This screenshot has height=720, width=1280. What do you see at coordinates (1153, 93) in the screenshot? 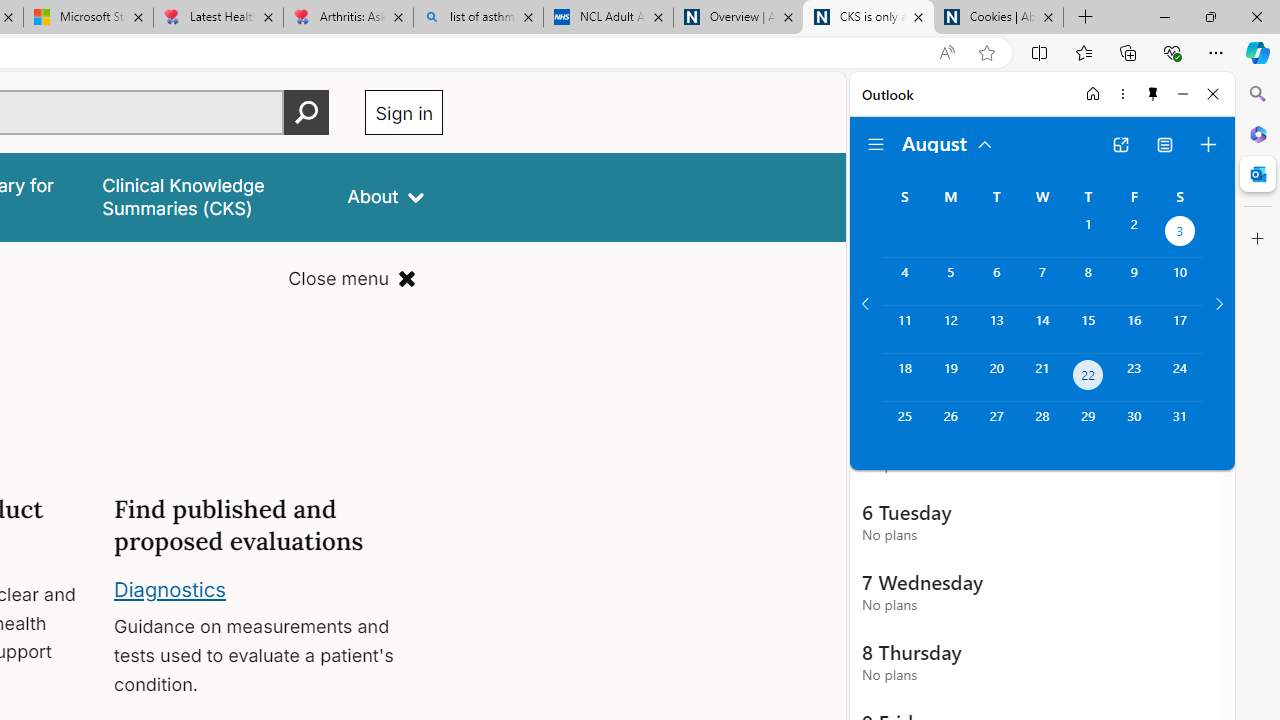
I see `'Unpin side pane'` at bounding box center [1153, 93].